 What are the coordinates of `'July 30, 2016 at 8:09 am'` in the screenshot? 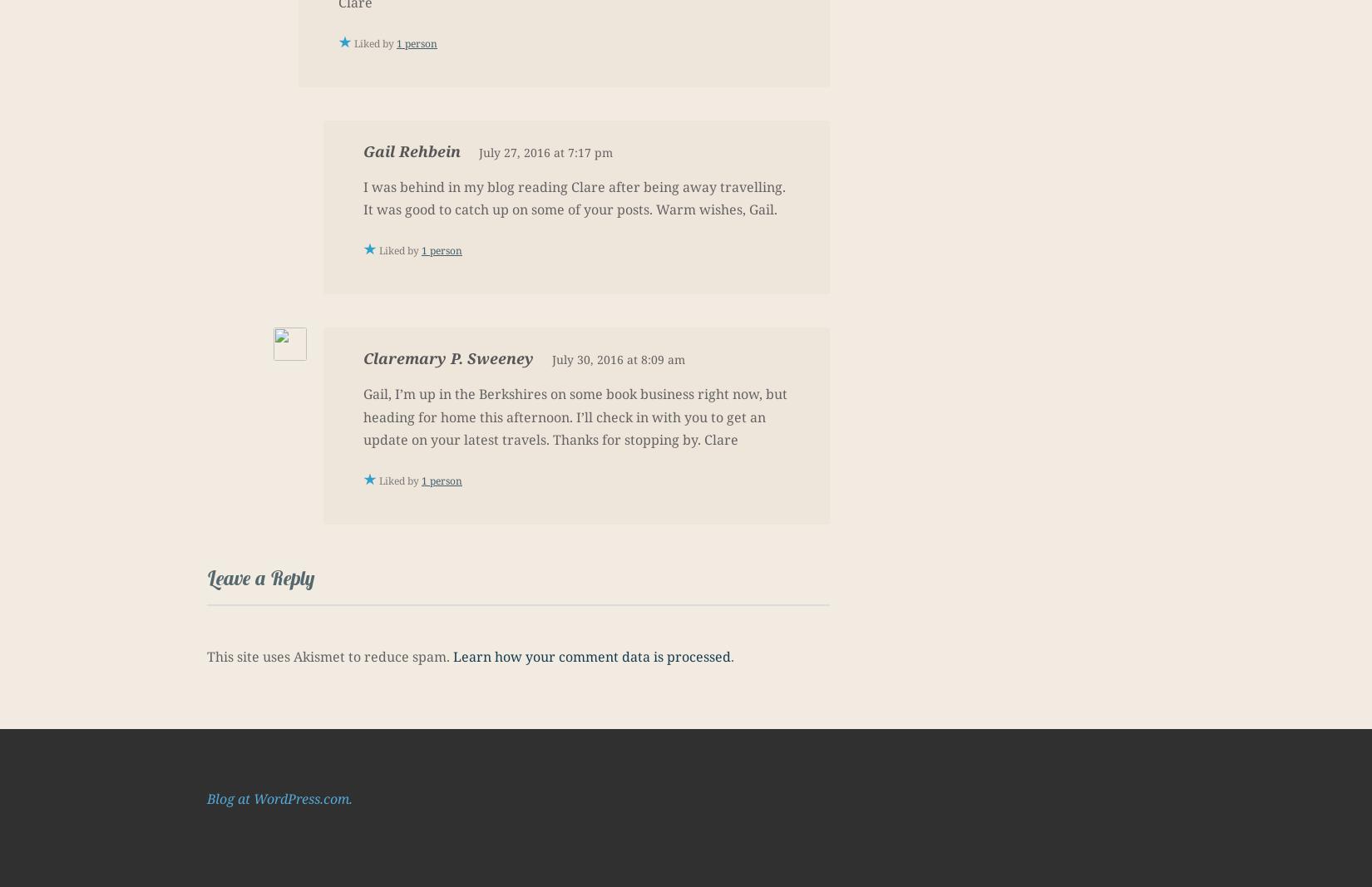 It's located at (617, 358).